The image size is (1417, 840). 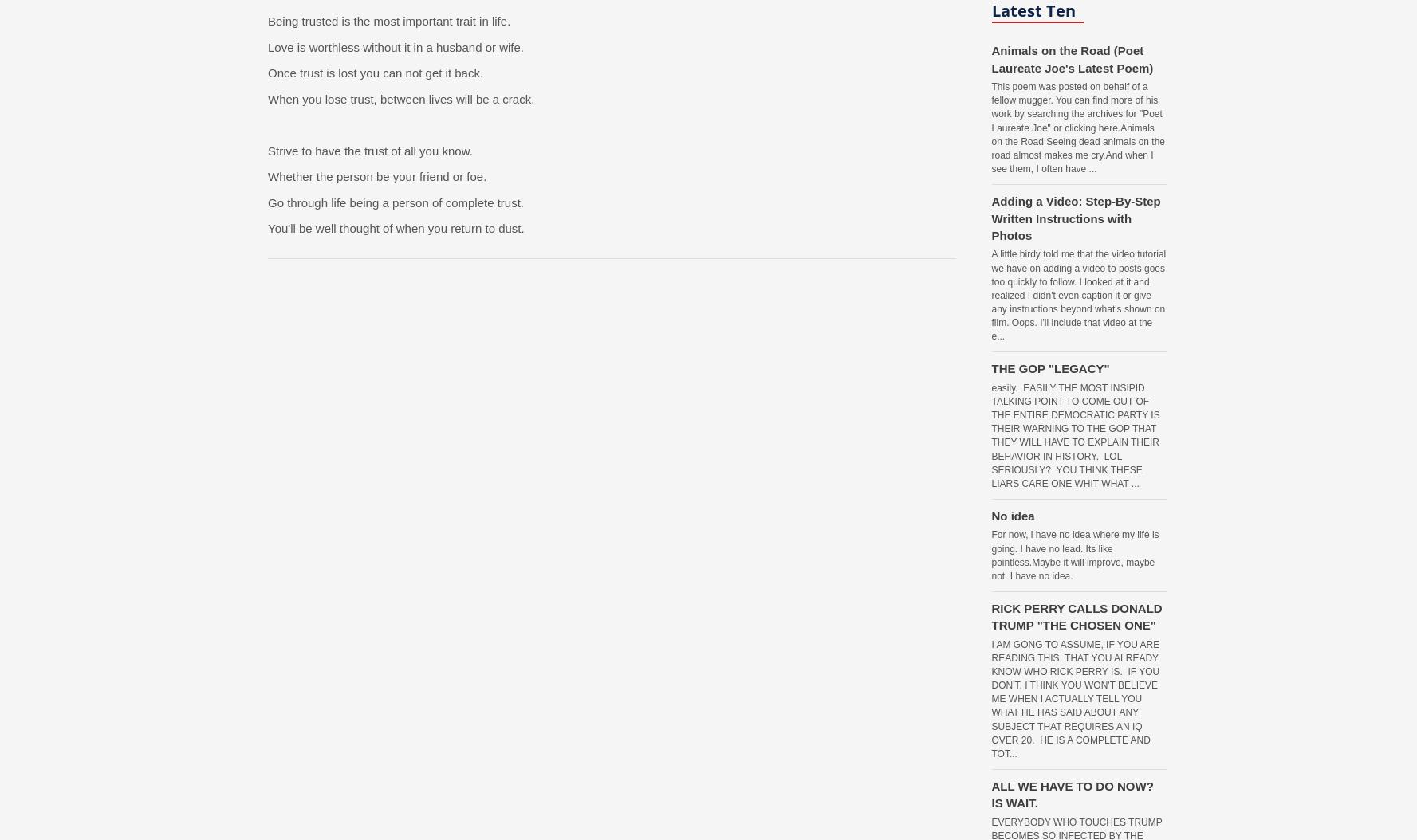 What do you see at coordinates (375, 72) in the screenshot?
I see `'Once trust is lost you can not get it back.'` at bounding box center [375, 72].